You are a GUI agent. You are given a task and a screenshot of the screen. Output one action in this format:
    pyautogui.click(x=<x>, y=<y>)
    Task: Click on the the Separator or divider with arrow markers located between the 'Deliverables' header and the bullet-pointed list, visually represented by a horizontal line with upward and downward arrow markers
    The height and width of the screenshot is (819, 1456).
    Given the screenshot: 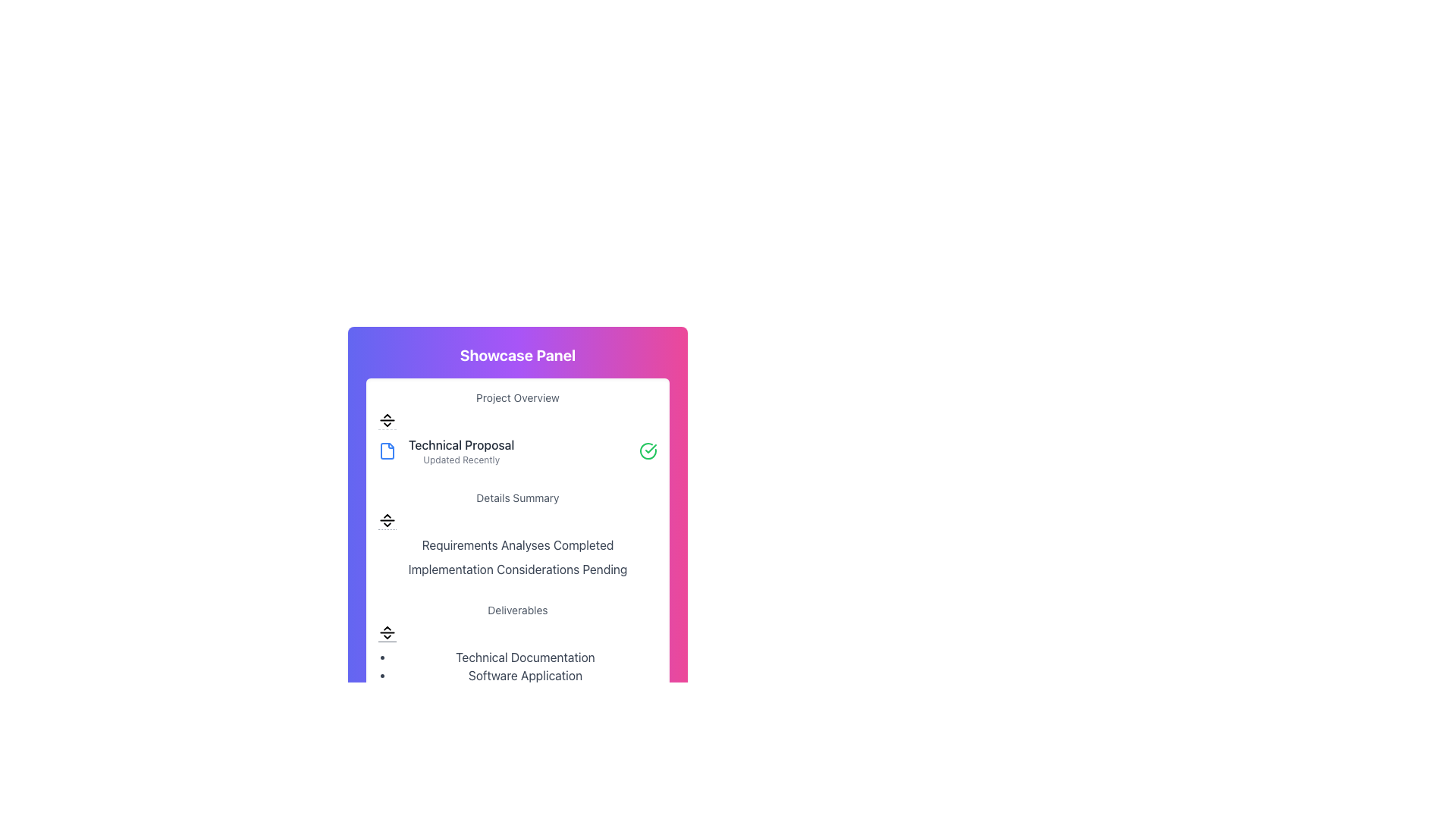 What is the action you would take?
    pyautogui.click(x=387, y=632)
    